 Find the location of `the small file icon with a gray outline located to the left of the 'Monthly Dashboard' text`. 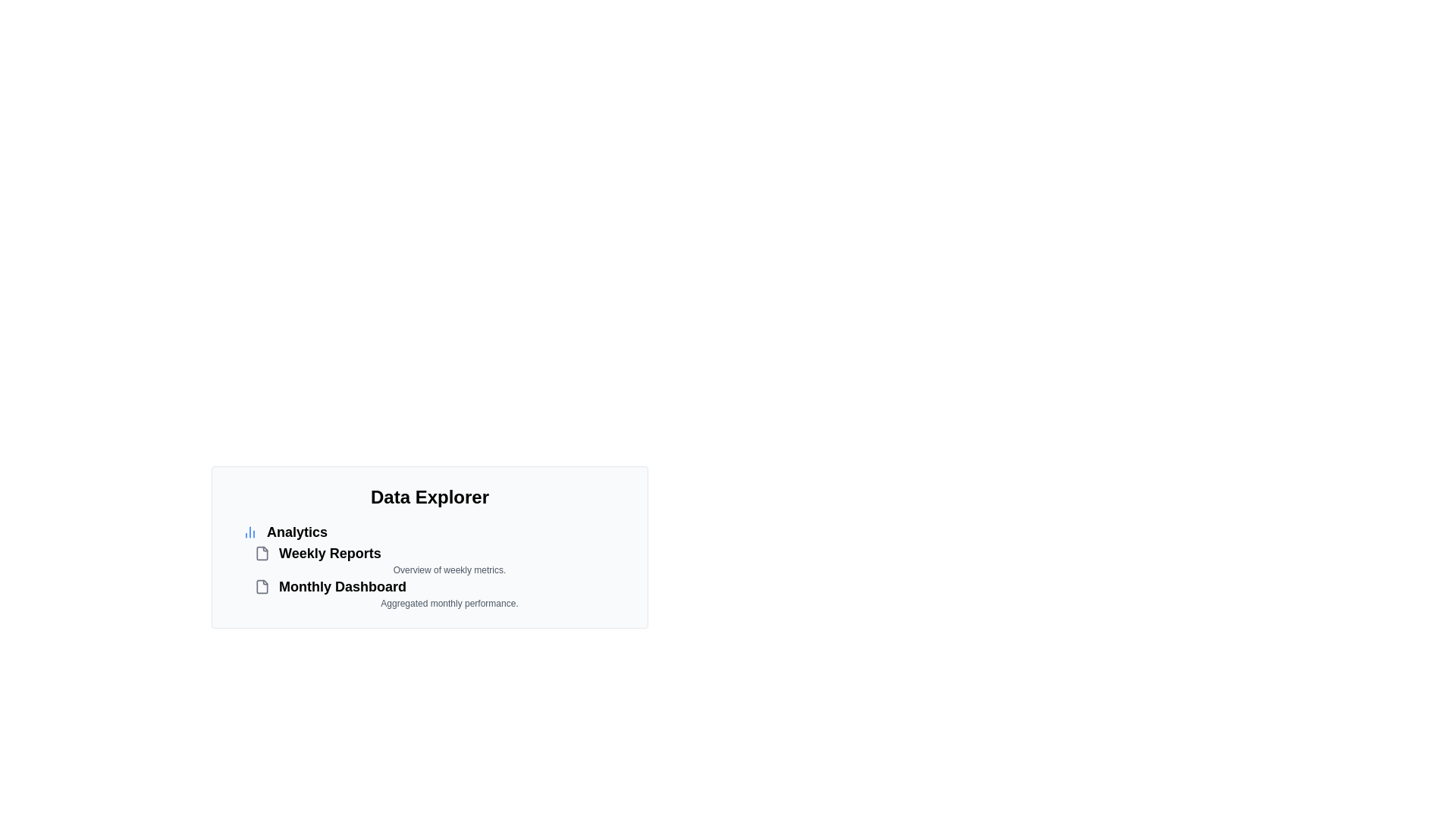

the small file icon with a gray outline located to the left of the 'Monthly Dashboard' text is located at coordinates (262, 586).